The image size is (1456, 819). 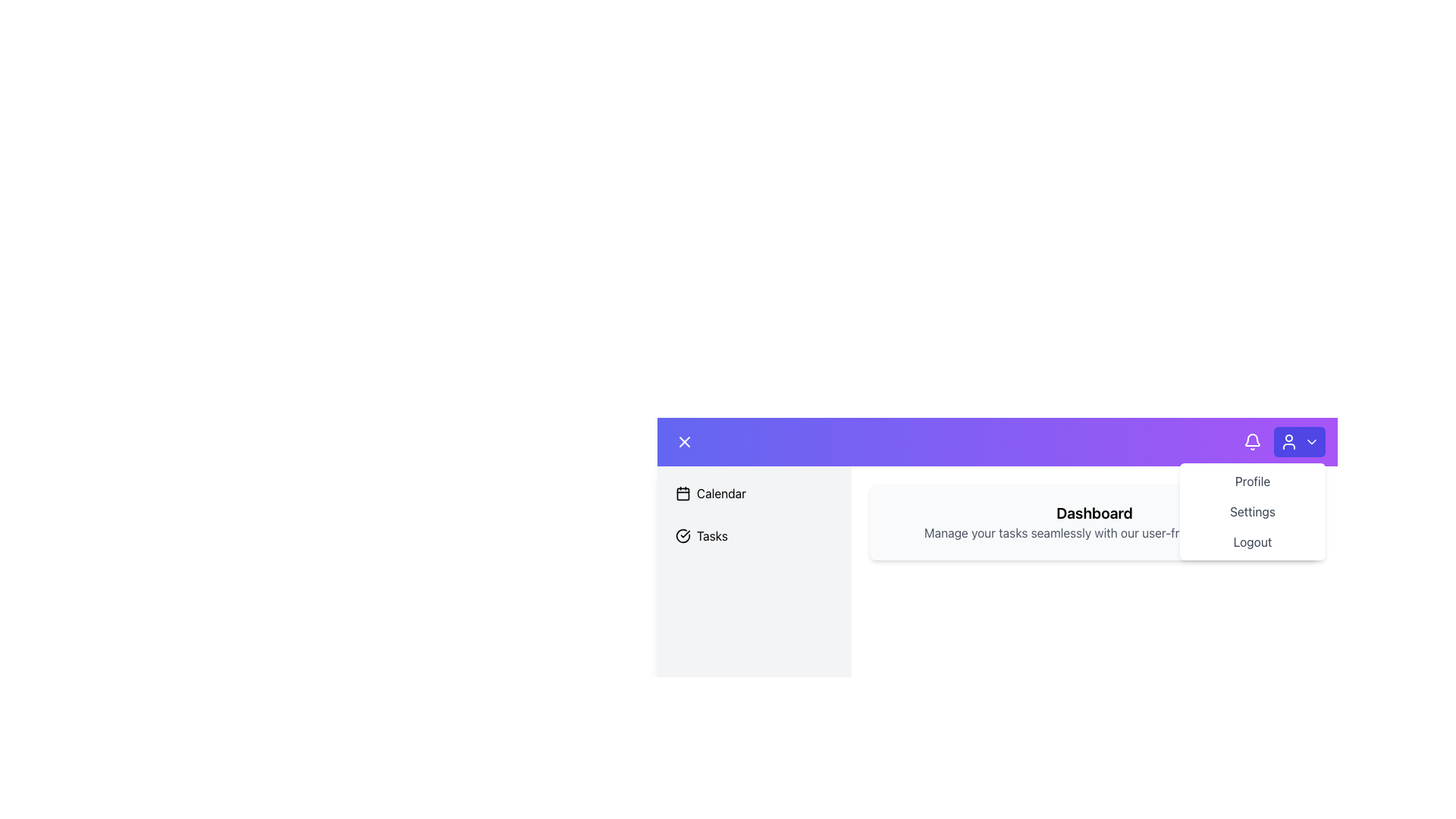 What do you see at coordinates (683, 441) in the screenshot?
I see `the close or dismiss button located in the top-left corner of the purple header bar, which is the first interactive icon in the sequence` at bounding box center [683, 441].